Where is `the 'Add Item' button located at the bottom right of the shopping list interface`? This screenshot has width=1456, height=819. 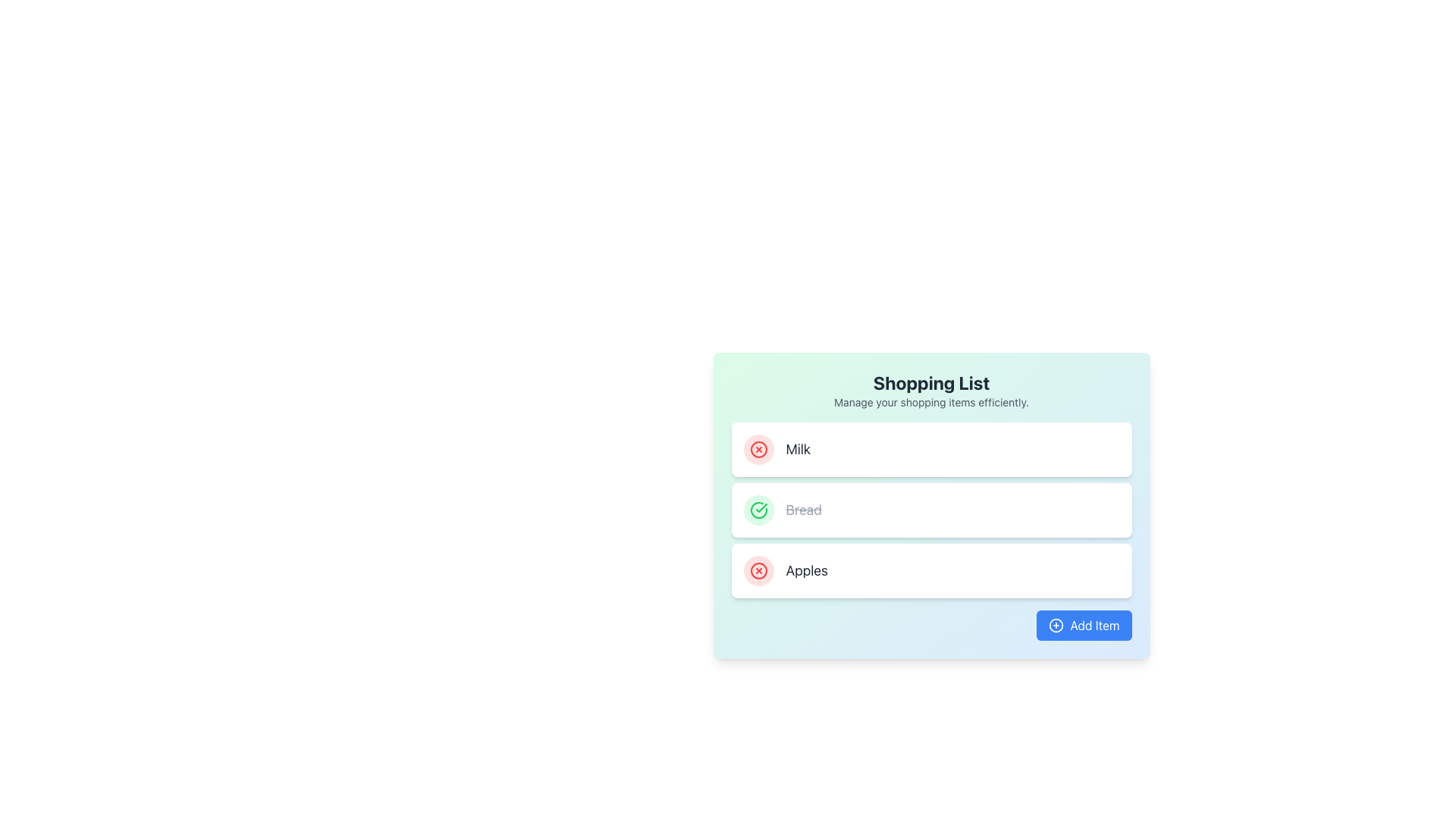
the 'Add Item' button located at the bottom right of the shopping list interface is located at coordinates (1083, 626).